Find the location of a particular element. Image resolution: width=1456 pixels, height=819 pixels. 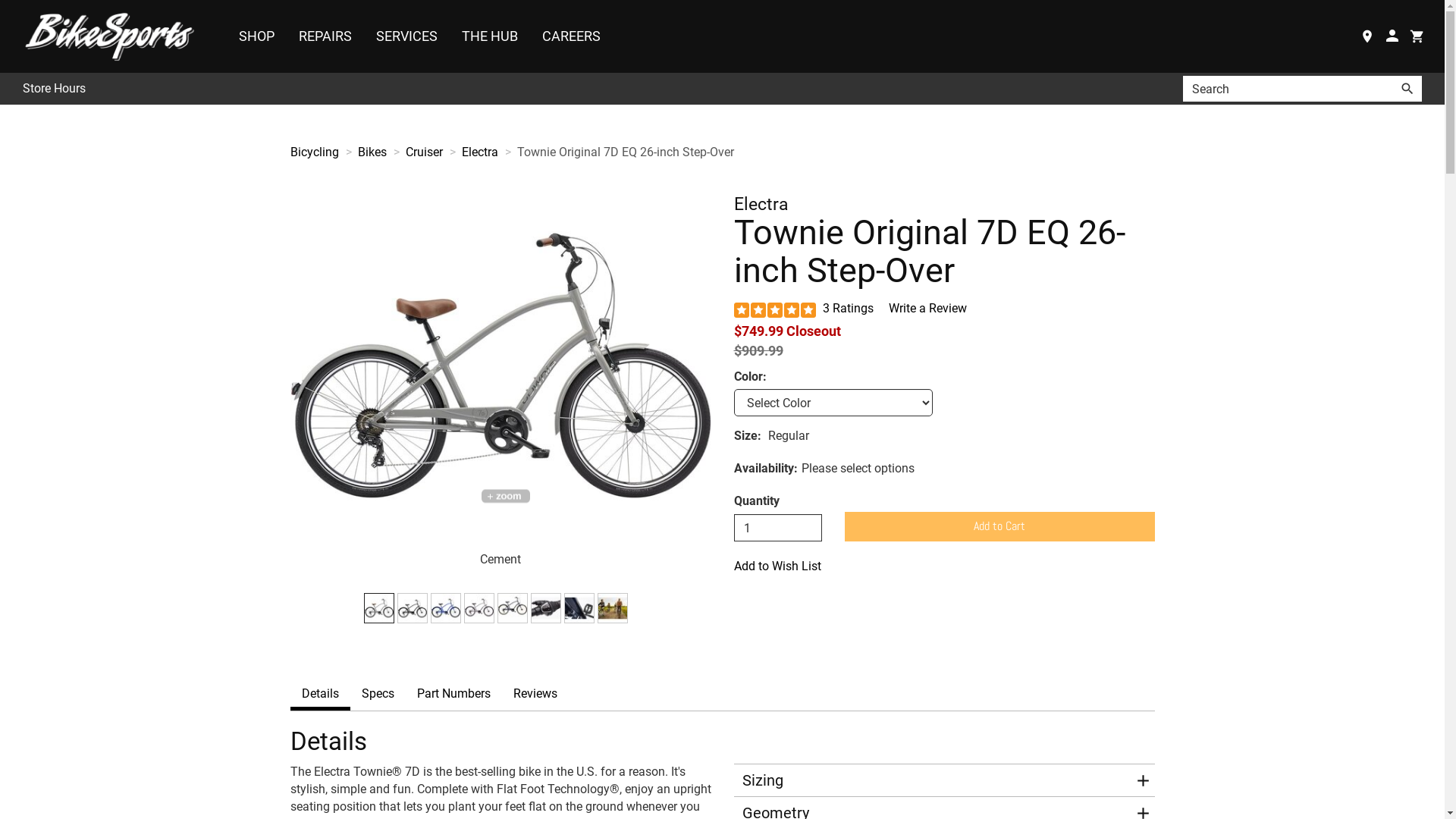

'Cart' is located at coordinates (1416, 35).